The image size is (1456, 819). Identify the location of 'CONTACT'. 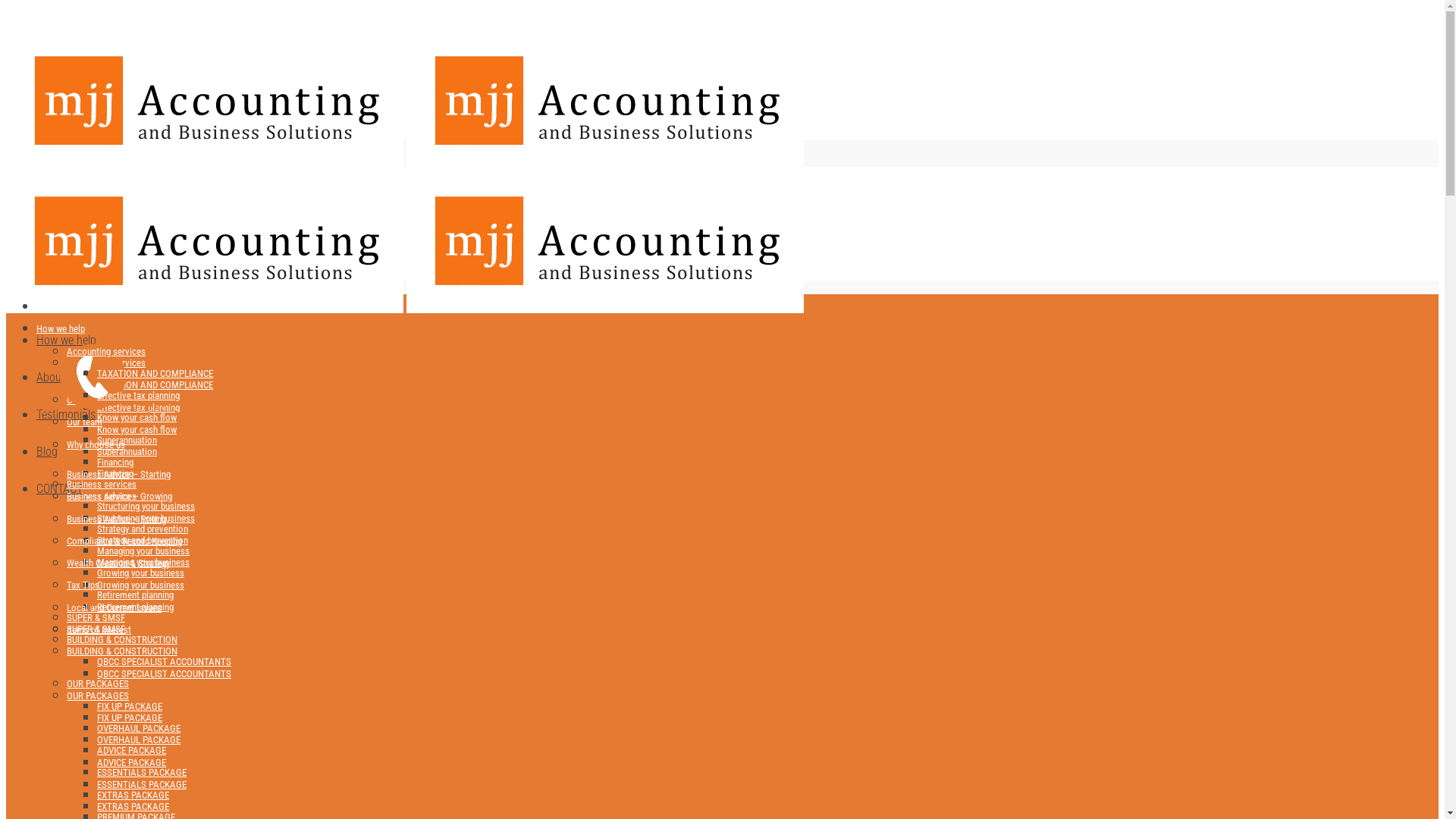
(36, 488).